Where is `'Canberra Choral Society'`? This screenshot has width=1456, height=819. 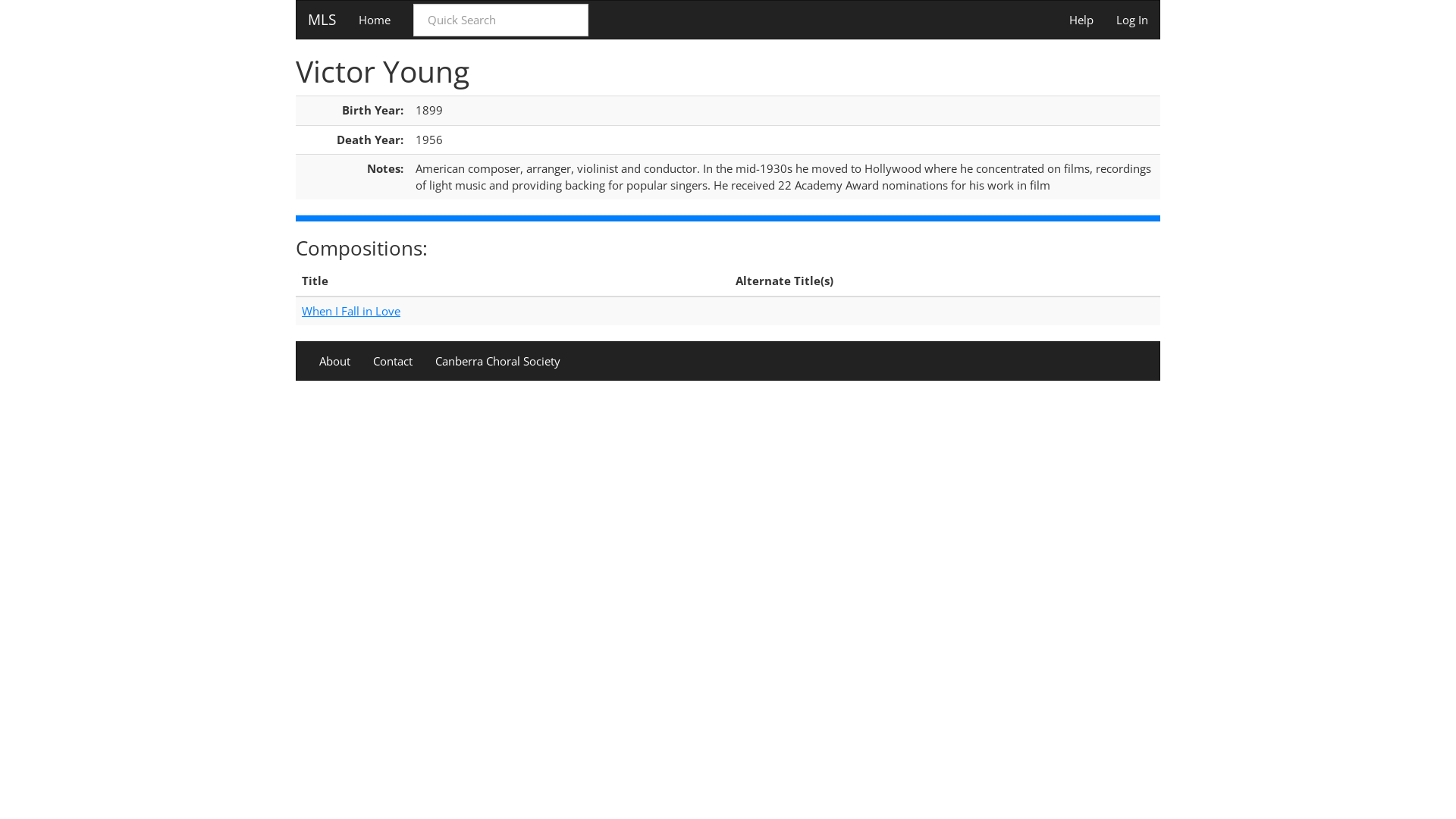
'Canberra Choral Society' is located at coordinates (497, 360).